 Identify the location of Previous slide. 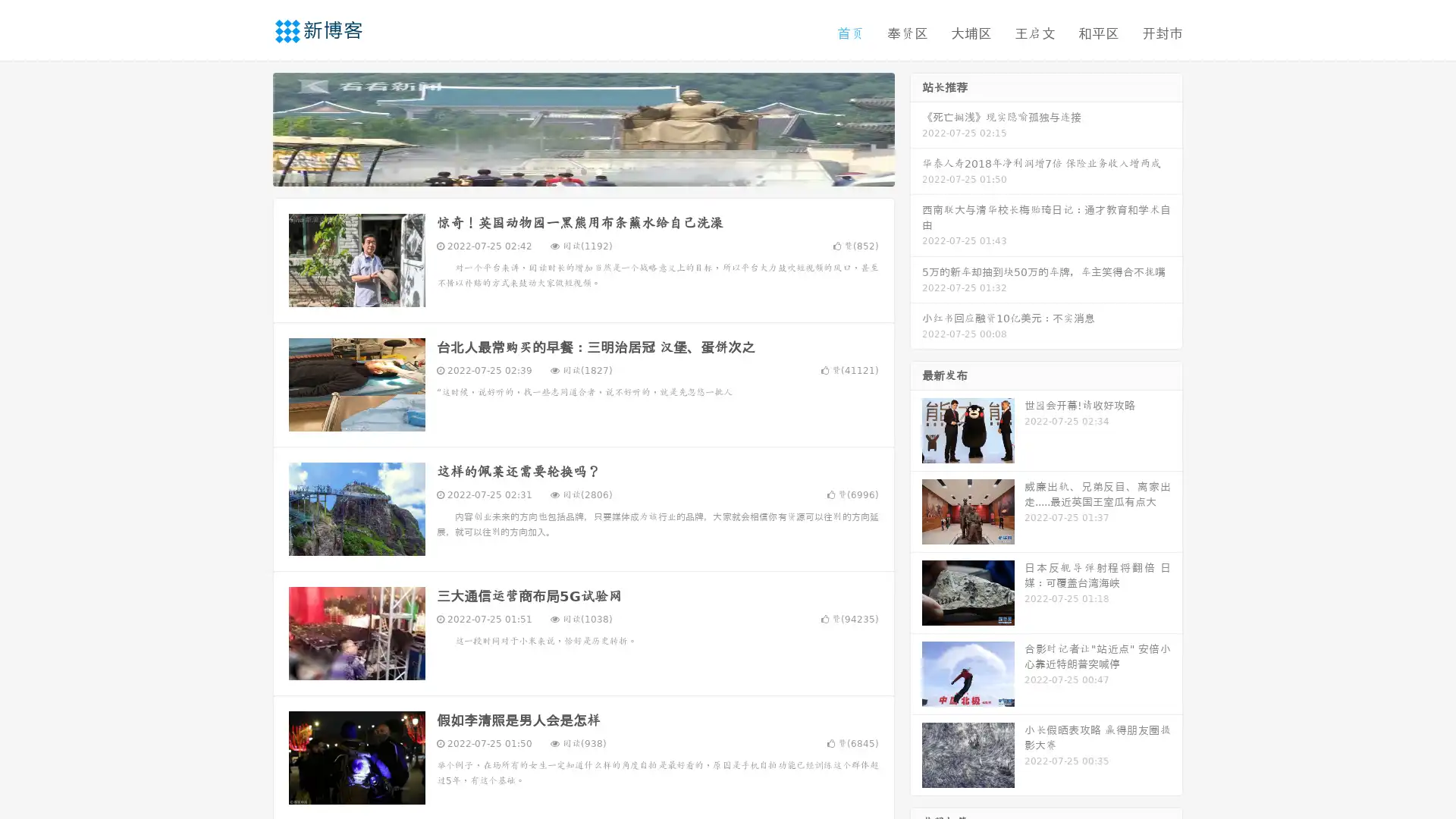
(250, 127).